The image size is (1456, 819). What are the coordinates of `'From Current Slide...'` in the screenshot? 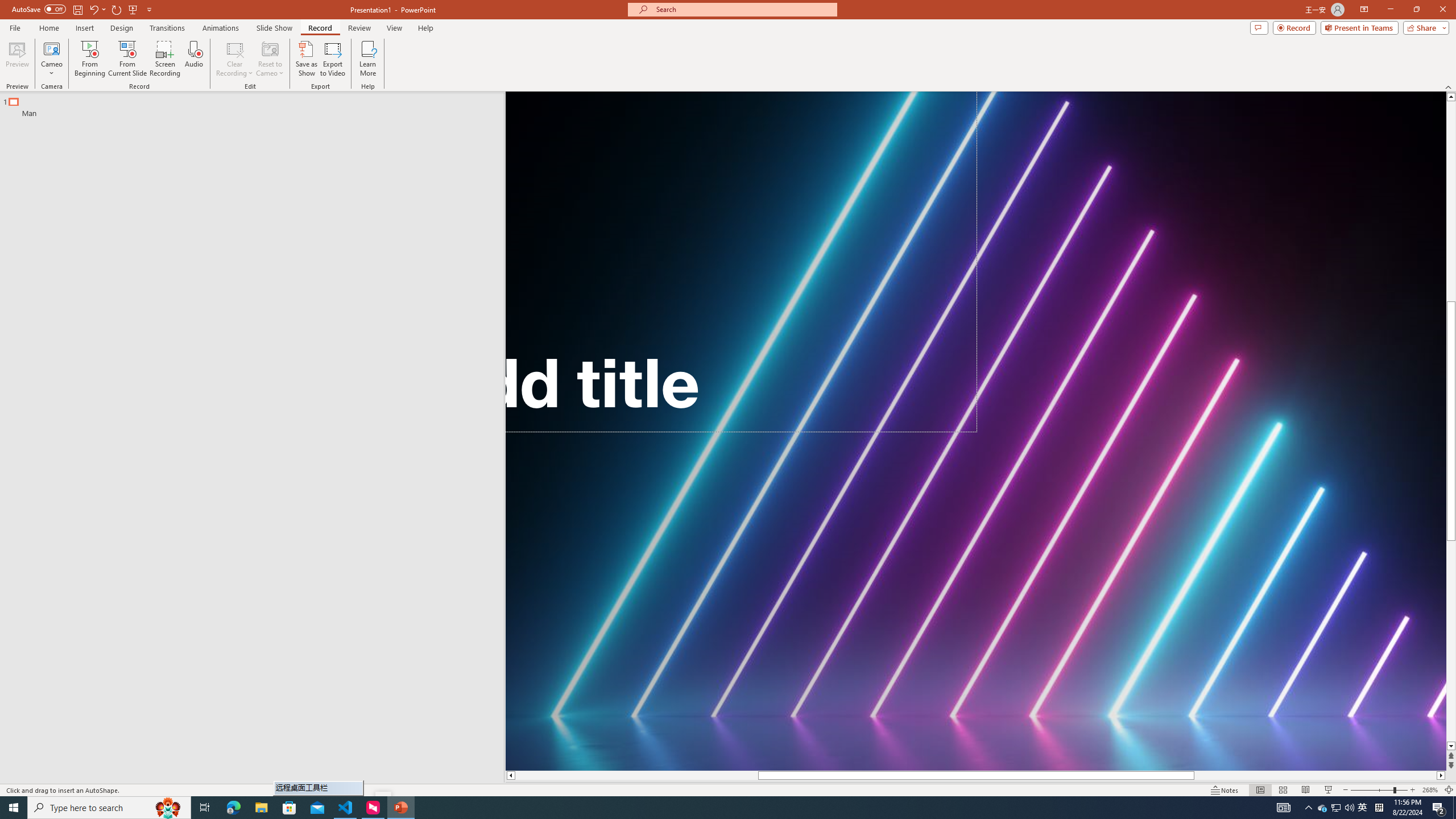 It's located at (127, 59).